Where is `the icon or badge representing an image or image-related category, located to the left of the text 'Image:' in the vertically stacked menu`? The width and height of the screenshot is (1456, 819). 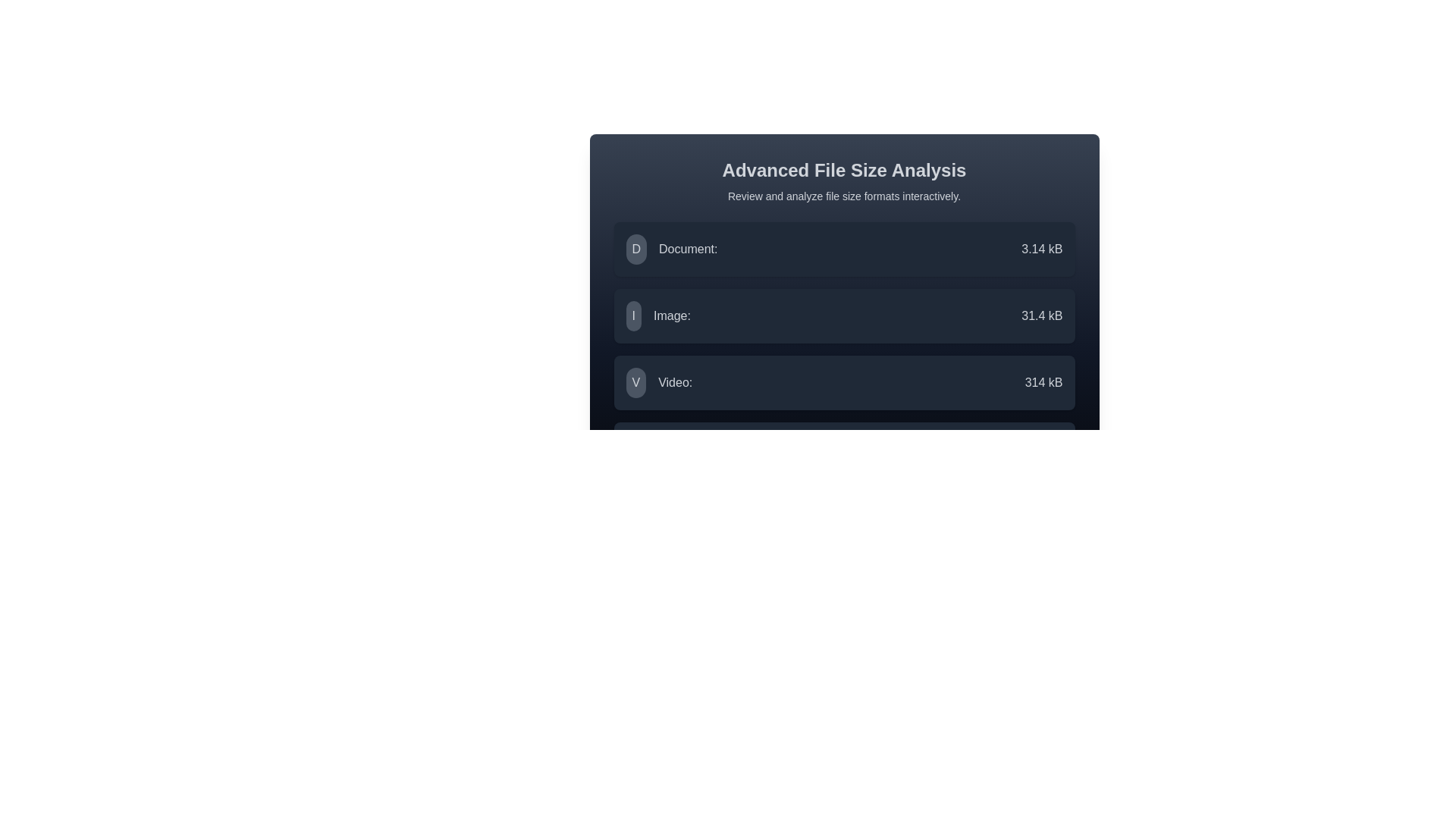 the icon or badge representing an image or image-related category, located to the left of the text 'Image:' in the vertically stacked menu is located at coordinates (633, 315).